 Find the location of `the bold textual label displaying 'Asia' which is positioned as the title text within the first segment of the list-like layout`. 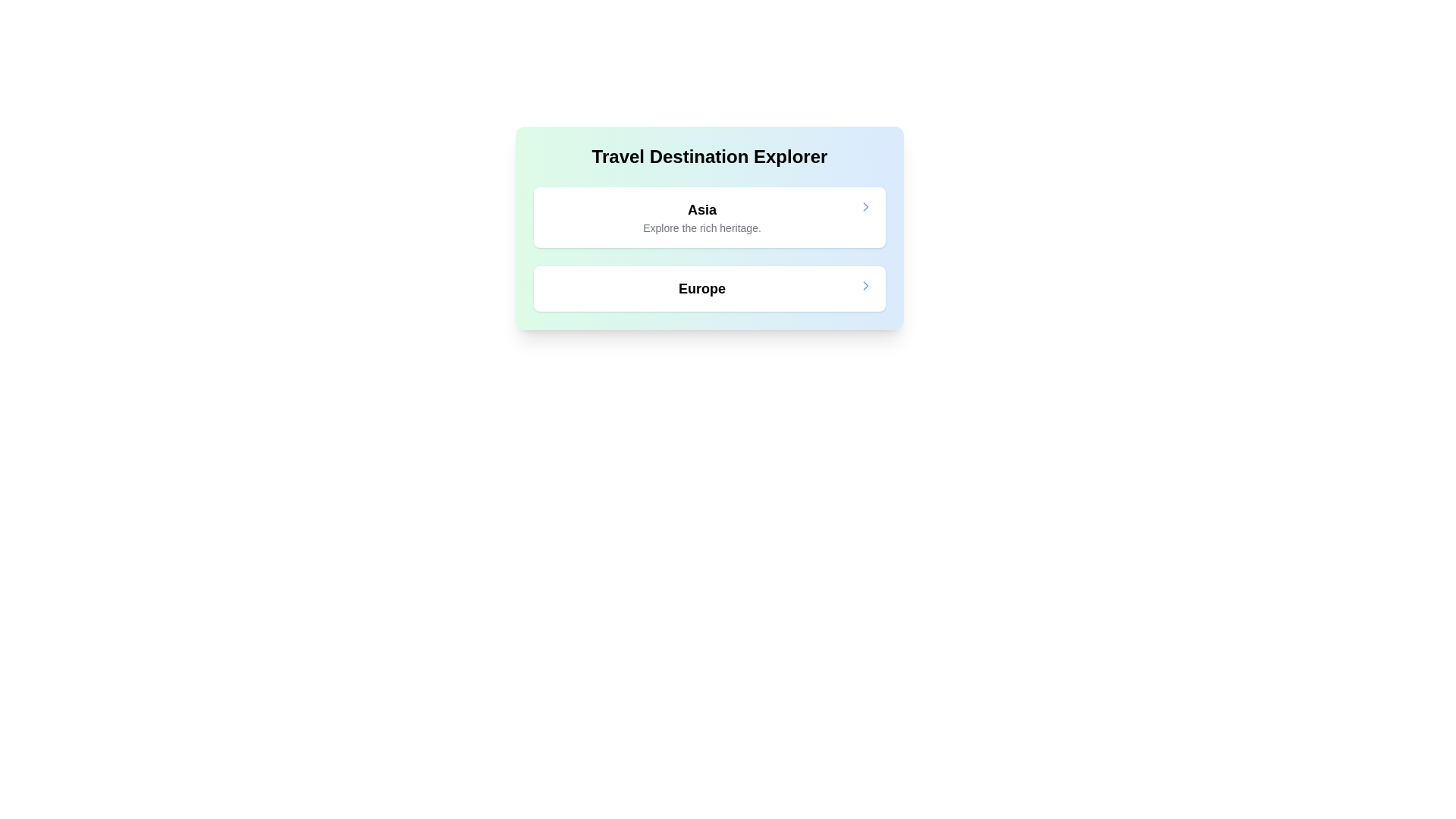

the bold textual label displaying 'Asia' which is positioned as the title text within the first segment of the list-like layout is located at coordinates (701, 210).